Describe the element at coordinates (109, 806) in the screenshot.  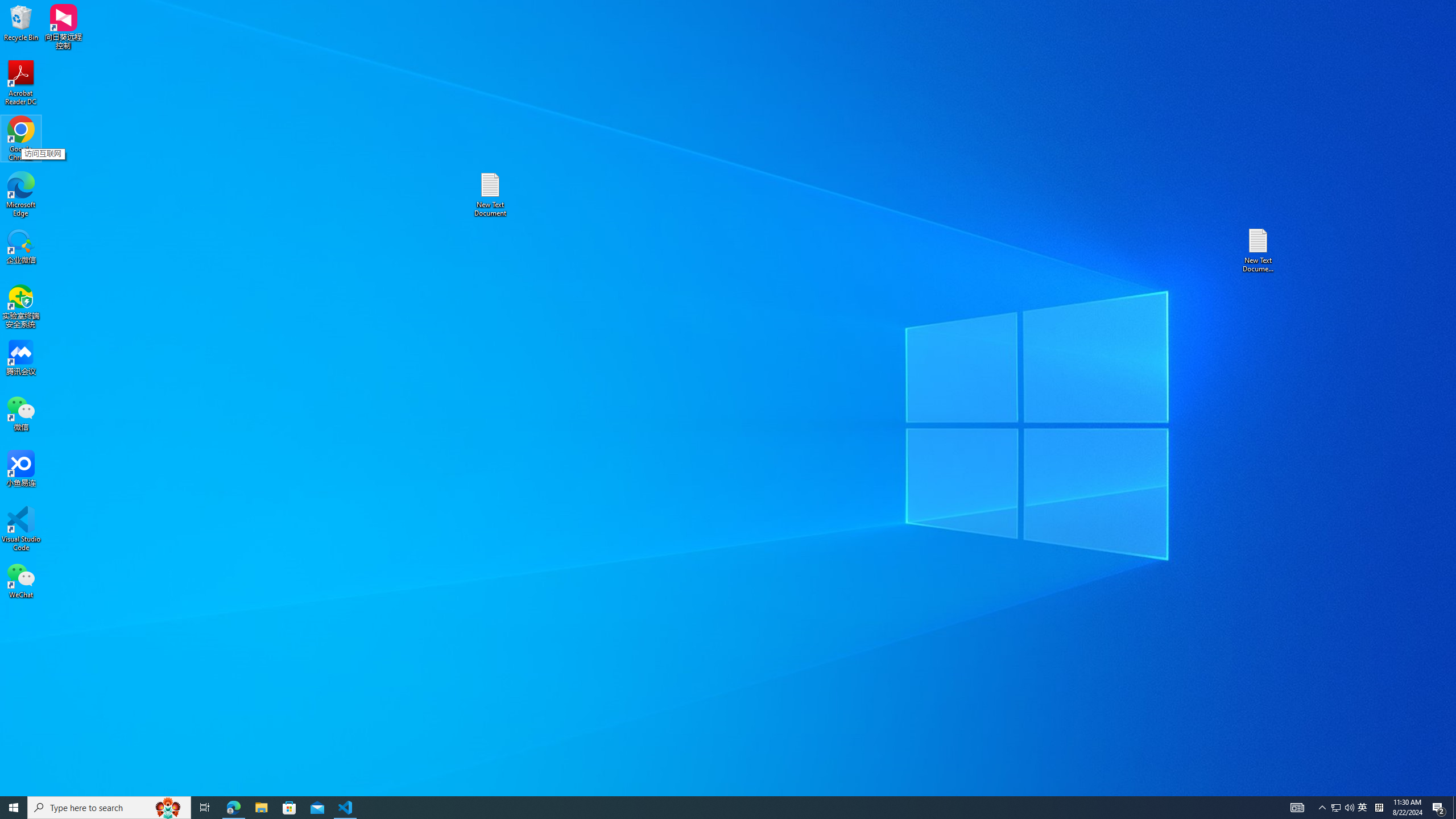
I see `'Type here to search'` at that location.